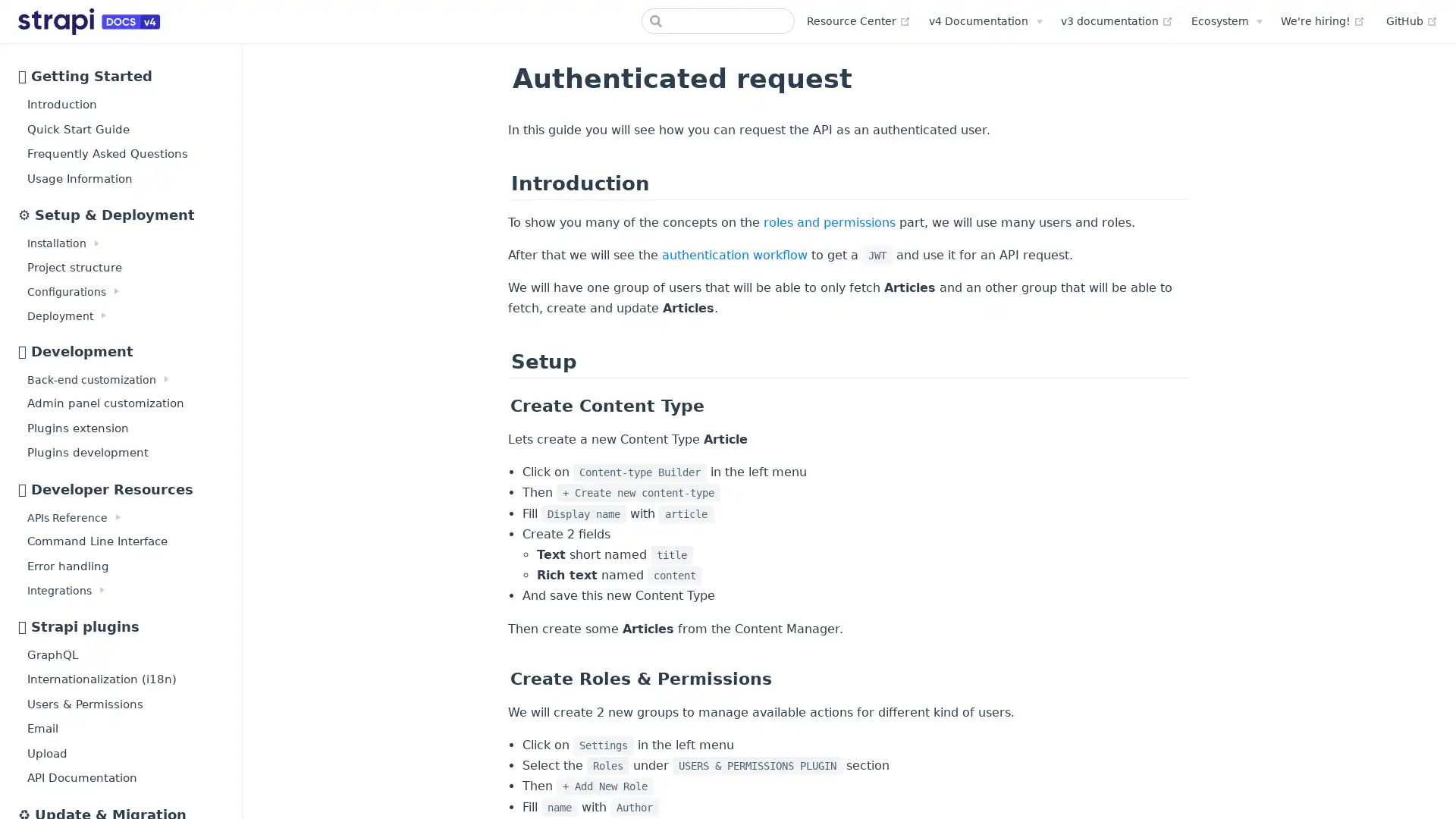  What do you see at coordinates (985, 20) in the screenshot?
I see `v4 Documentation` at bounding box center [985, 20].